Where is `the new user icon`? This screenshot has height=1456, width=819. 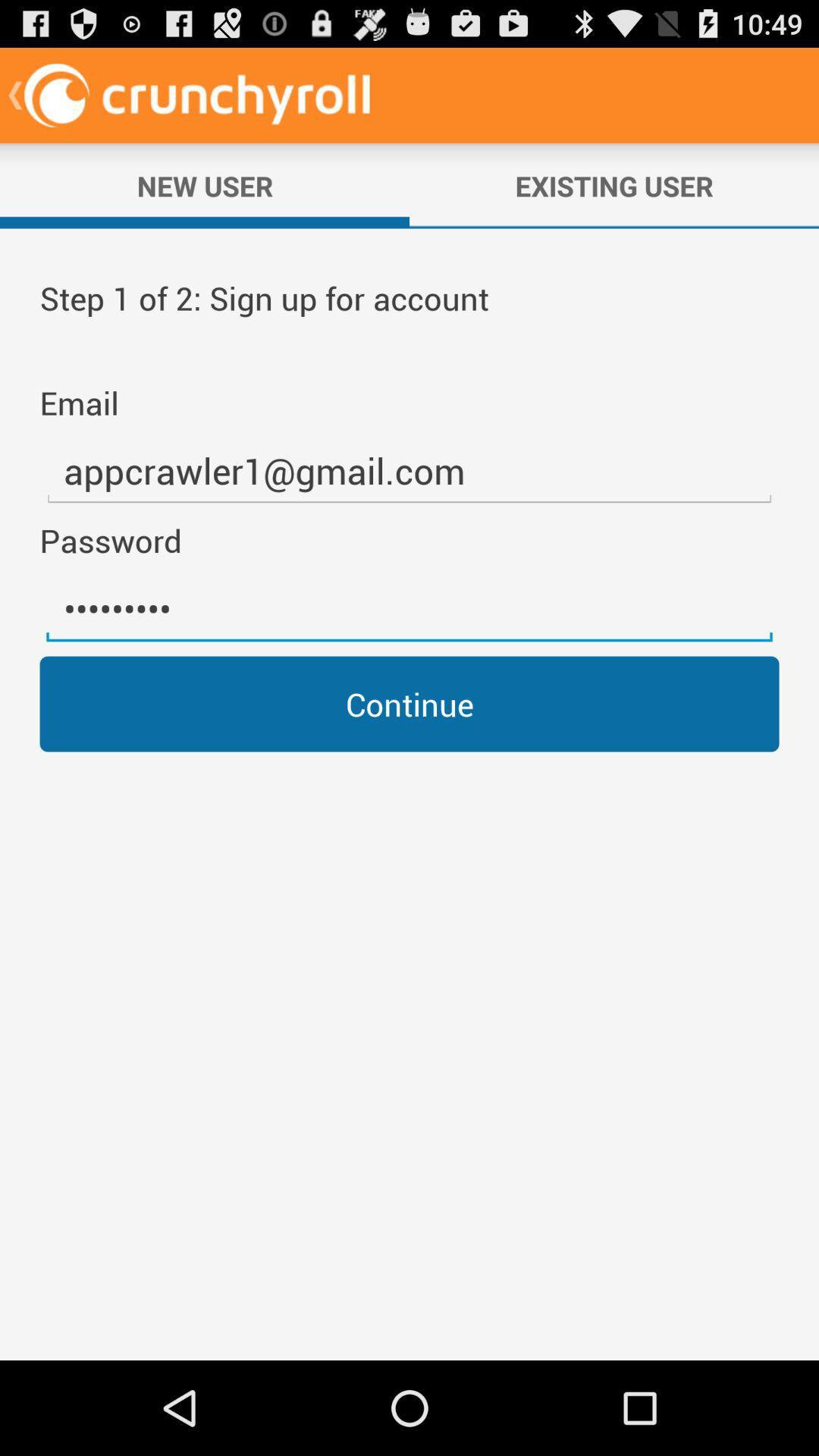 the new user icon is located at coordinates (205, 185).